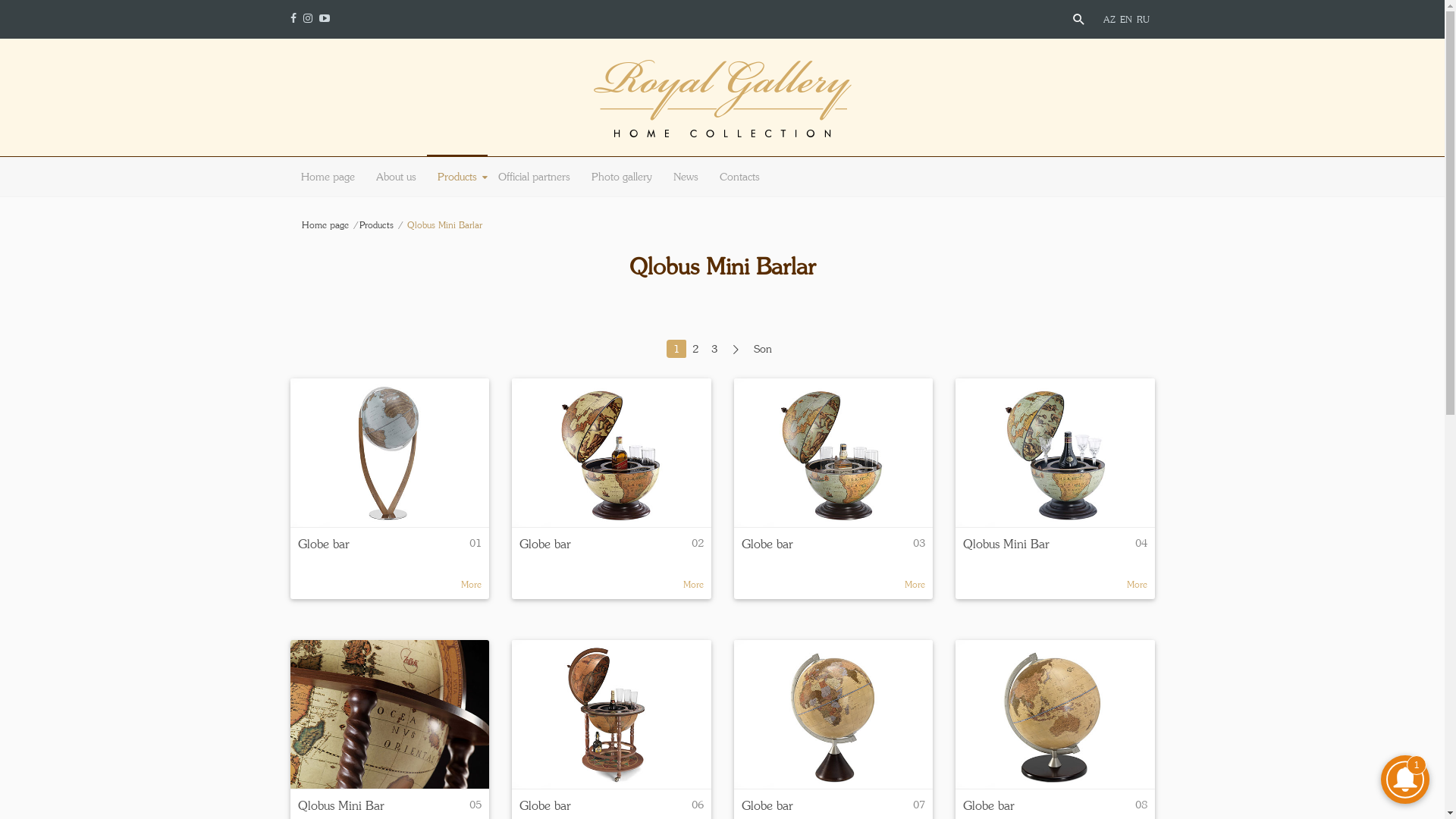  What do you see at coordinates (1143, 19) in the screenshot?
I see `'RU'` at bounding box center [1143, 19].